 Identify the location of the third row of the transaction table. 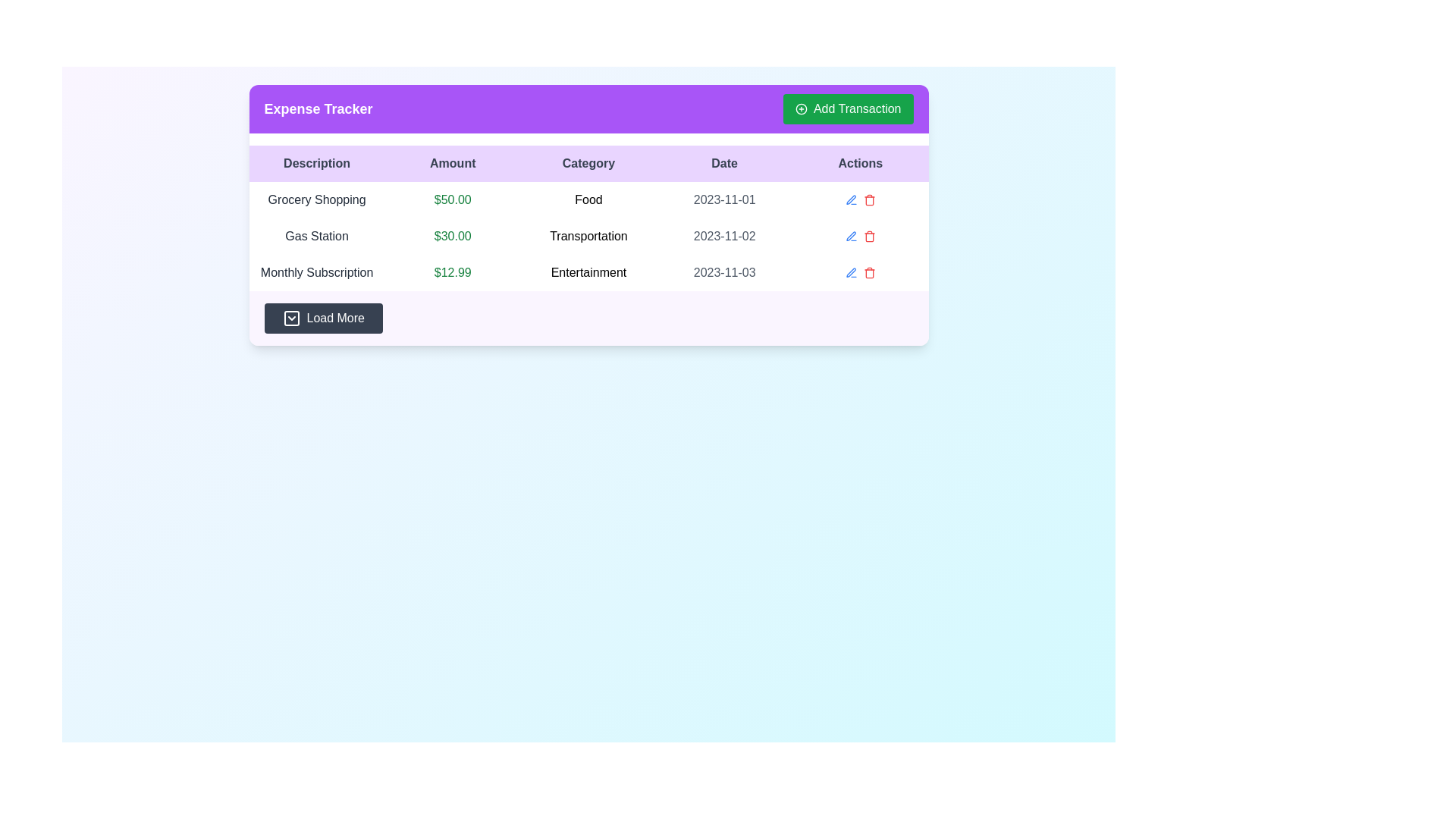
(588, 271).